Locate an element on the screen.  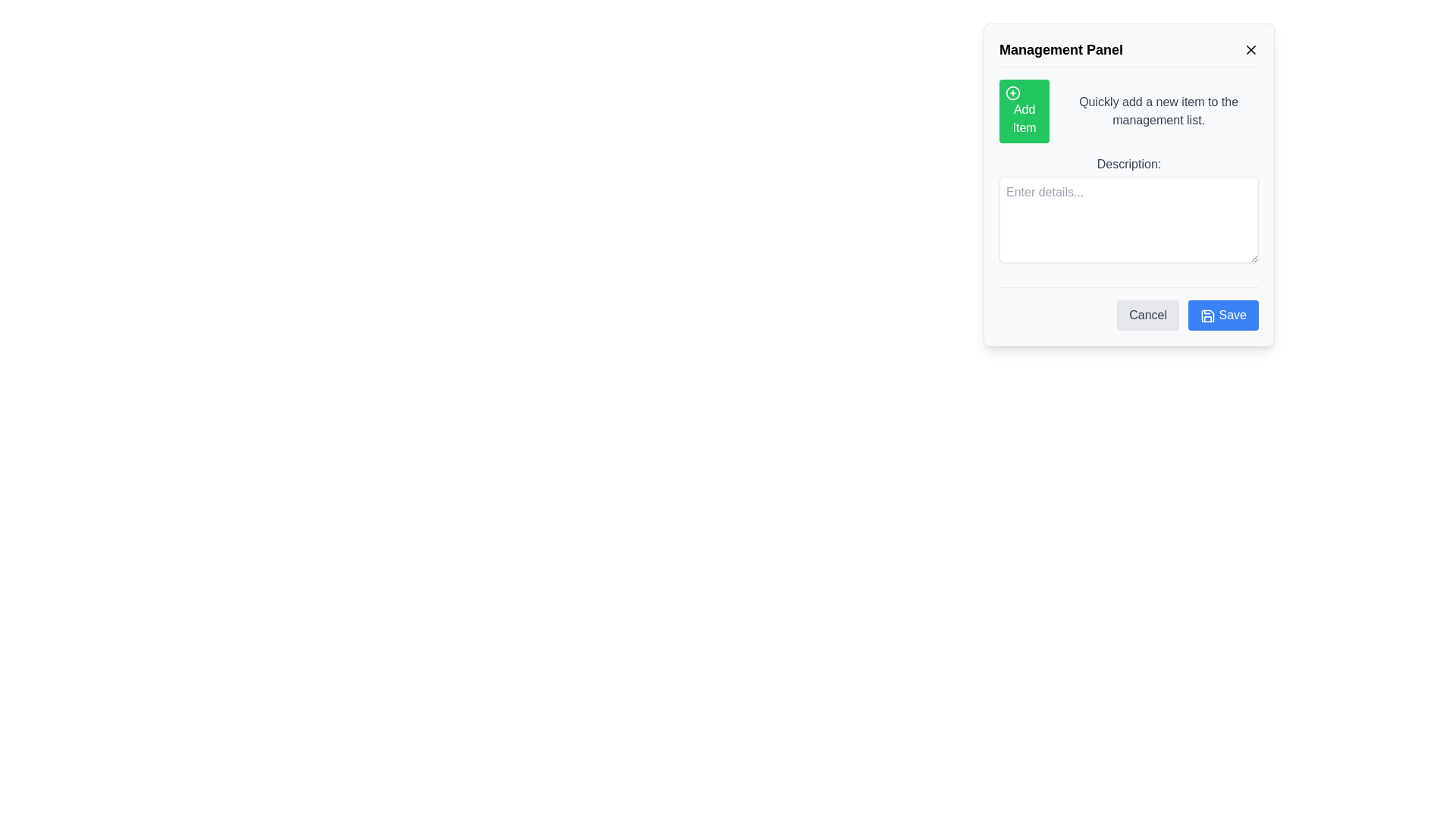
the 'Save' button, which is a rectangular button with rounded corners, blue background, and white text, located in the bottom-right corner of the modal interface is located at coordinates (1223, 315).